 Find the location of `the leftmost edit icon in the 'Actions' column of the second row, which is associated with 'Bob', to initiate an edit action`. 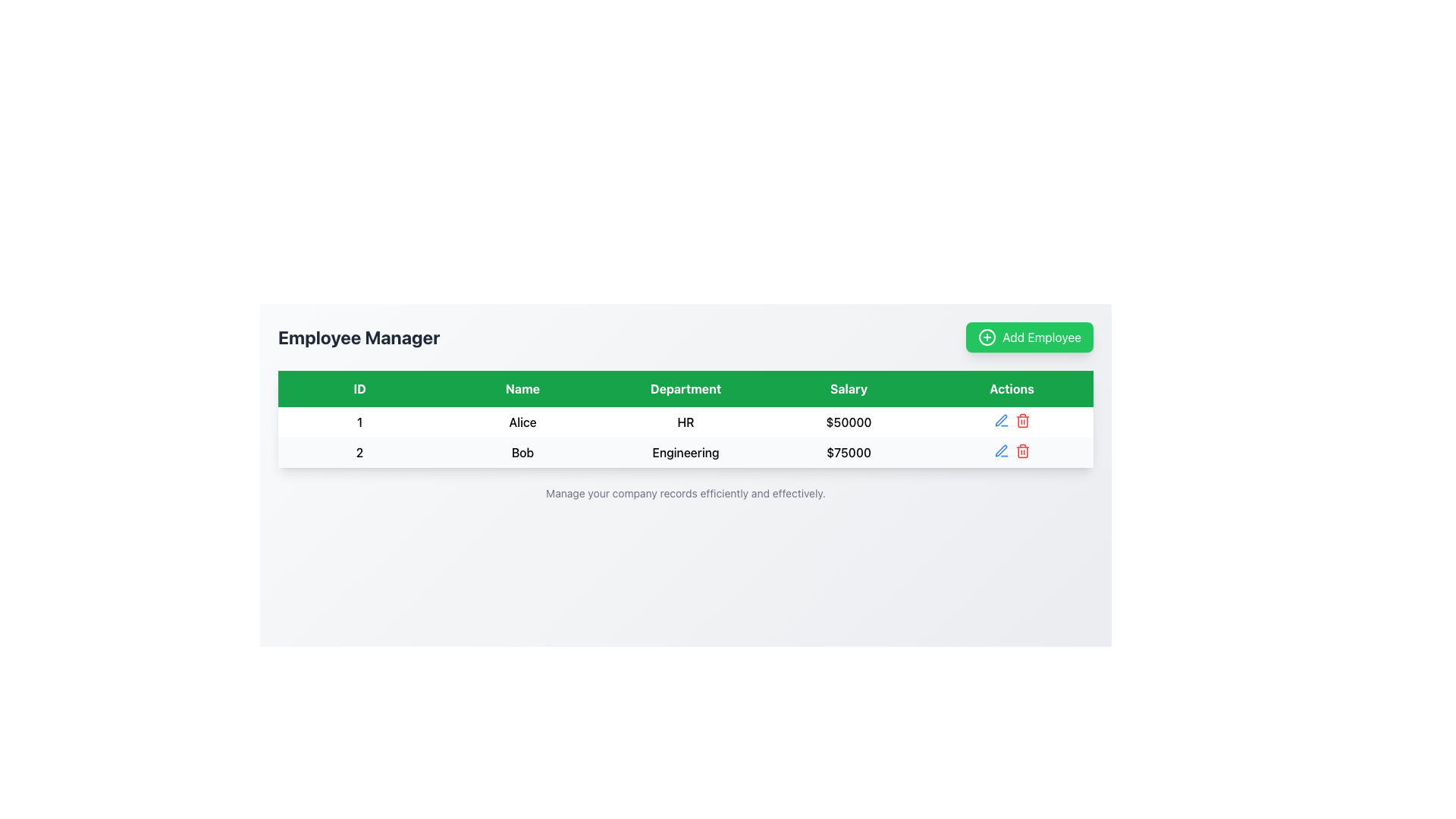

the leftmost edit icon in the 'Actions' column of the second row, which is associated with 'Bob', to initiate an edit action is located at coordinates (1001, 420).